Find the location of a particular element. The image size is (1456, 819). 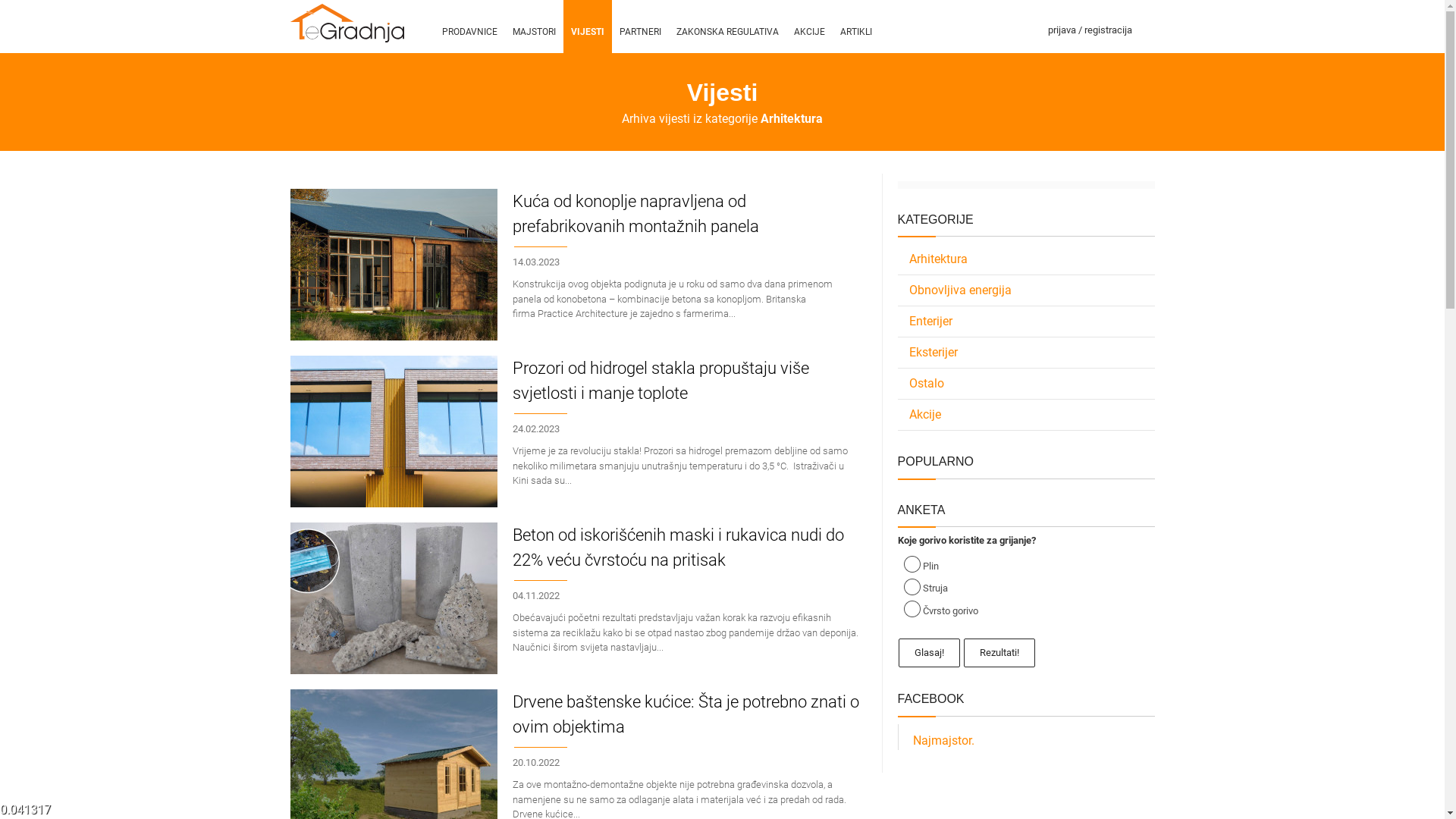

'VIJESTI' is located at coordinates (585, 26).